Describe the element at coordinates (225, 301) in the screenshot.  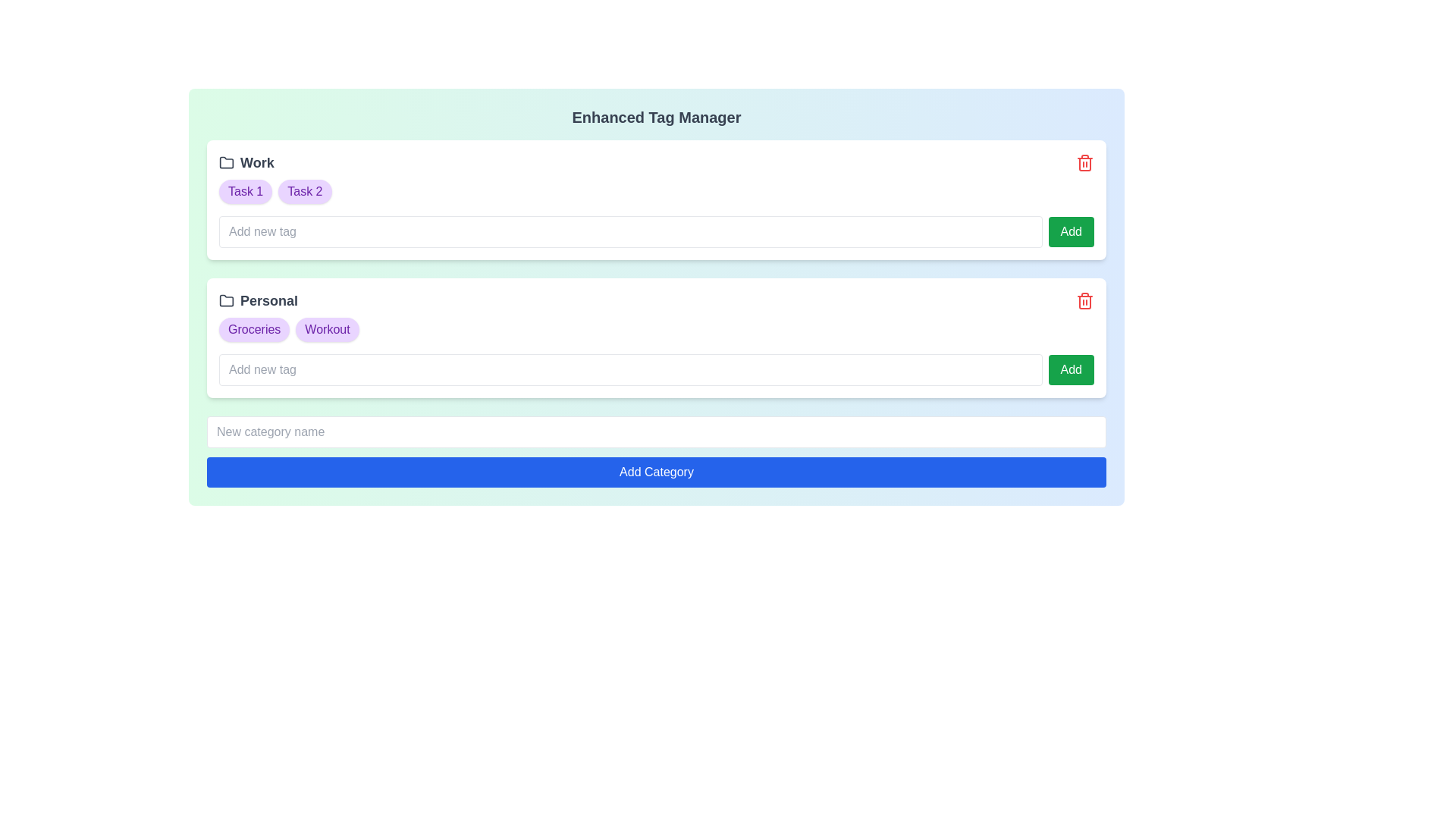
I see `the classic folder outline SVG icon located to the left of the 'Personal' text label, which is part of the category header` at that location.